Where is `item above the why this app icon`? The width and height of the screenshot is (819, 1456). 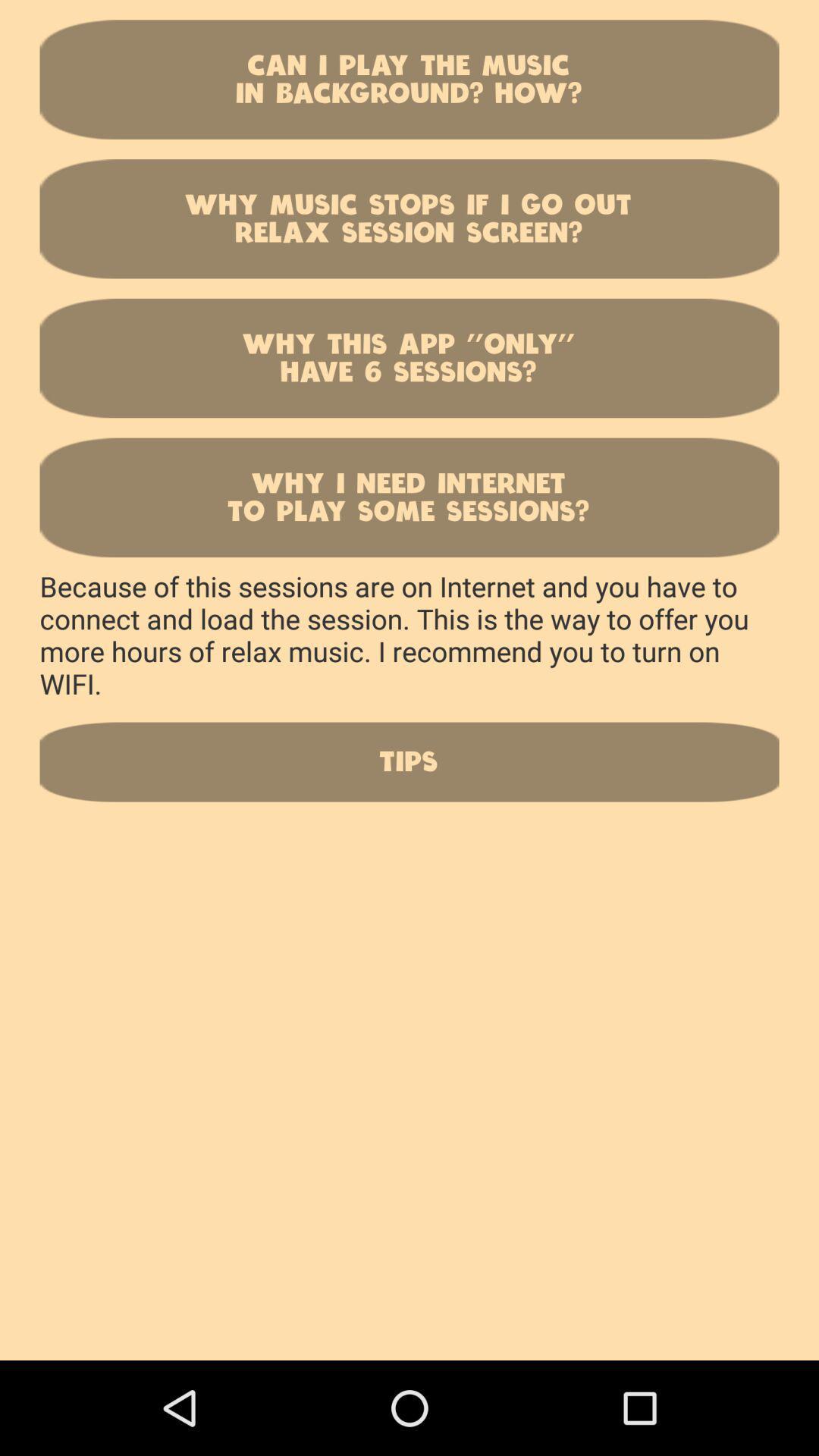
item above the why this app icon is located at coordinates (409, 218).